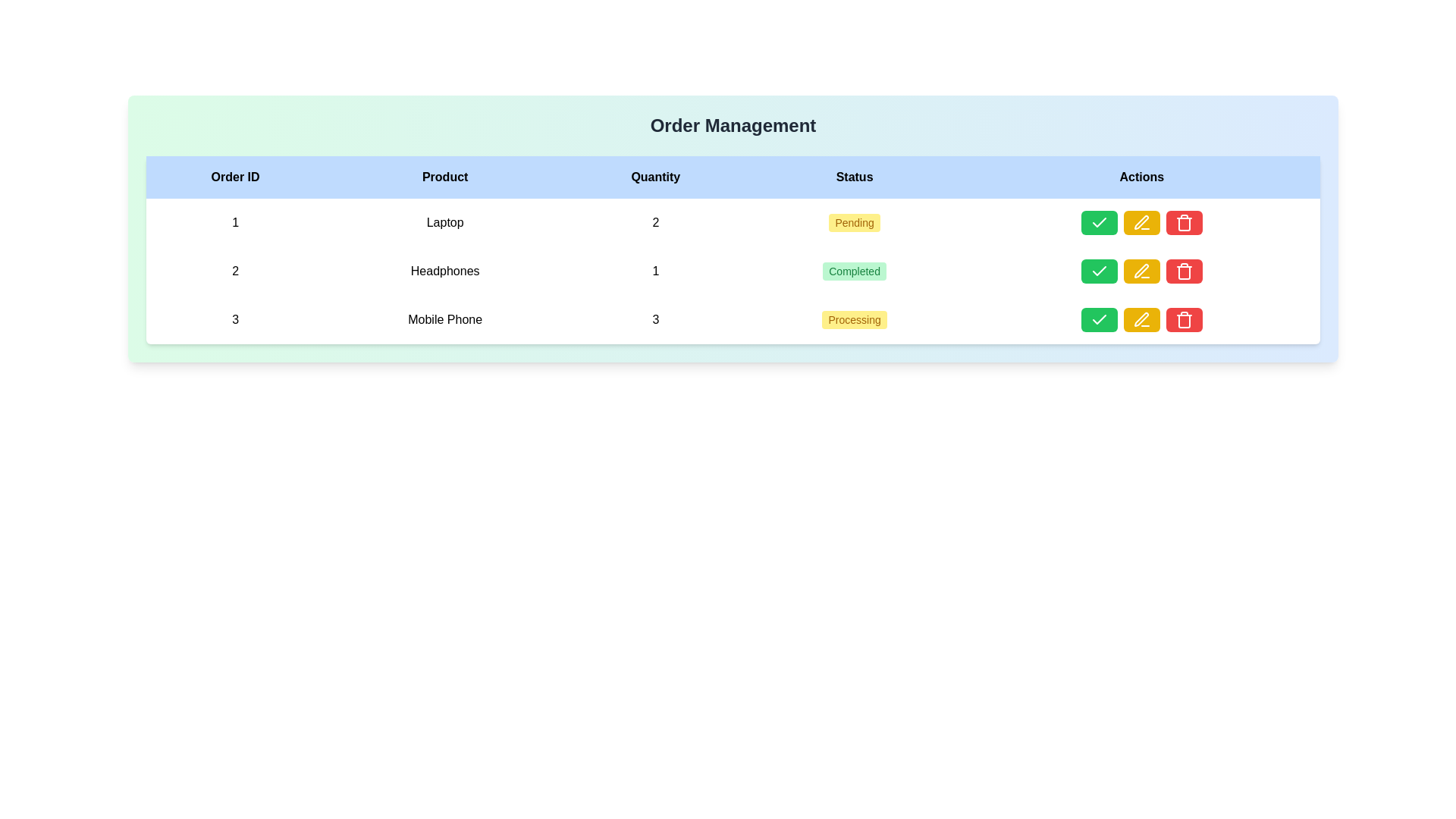 This screenshot has height=819, width=1456. Describe the element at coordinates (234, 318) in the screenshot. I see `the number '3' displayed in the 'Order ID' column of the 'Order Management' table for the 'Mobile Phone' entry` at that location.